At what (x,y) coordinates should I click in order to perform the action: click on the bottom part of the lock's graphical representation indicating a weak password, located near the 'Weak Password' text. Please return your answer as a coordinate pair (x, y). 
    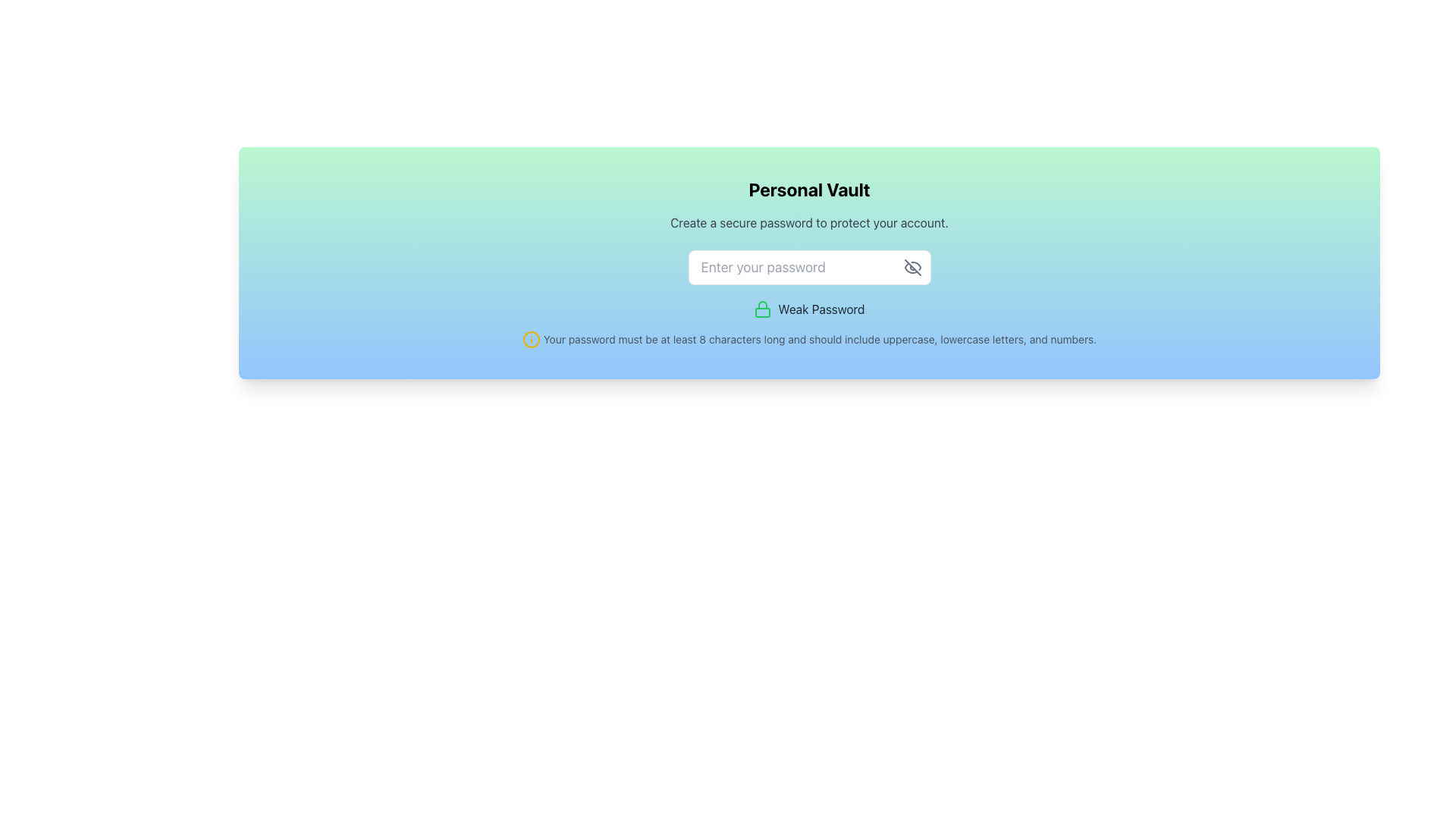
    Looking at the image, I should click on (763, 312).